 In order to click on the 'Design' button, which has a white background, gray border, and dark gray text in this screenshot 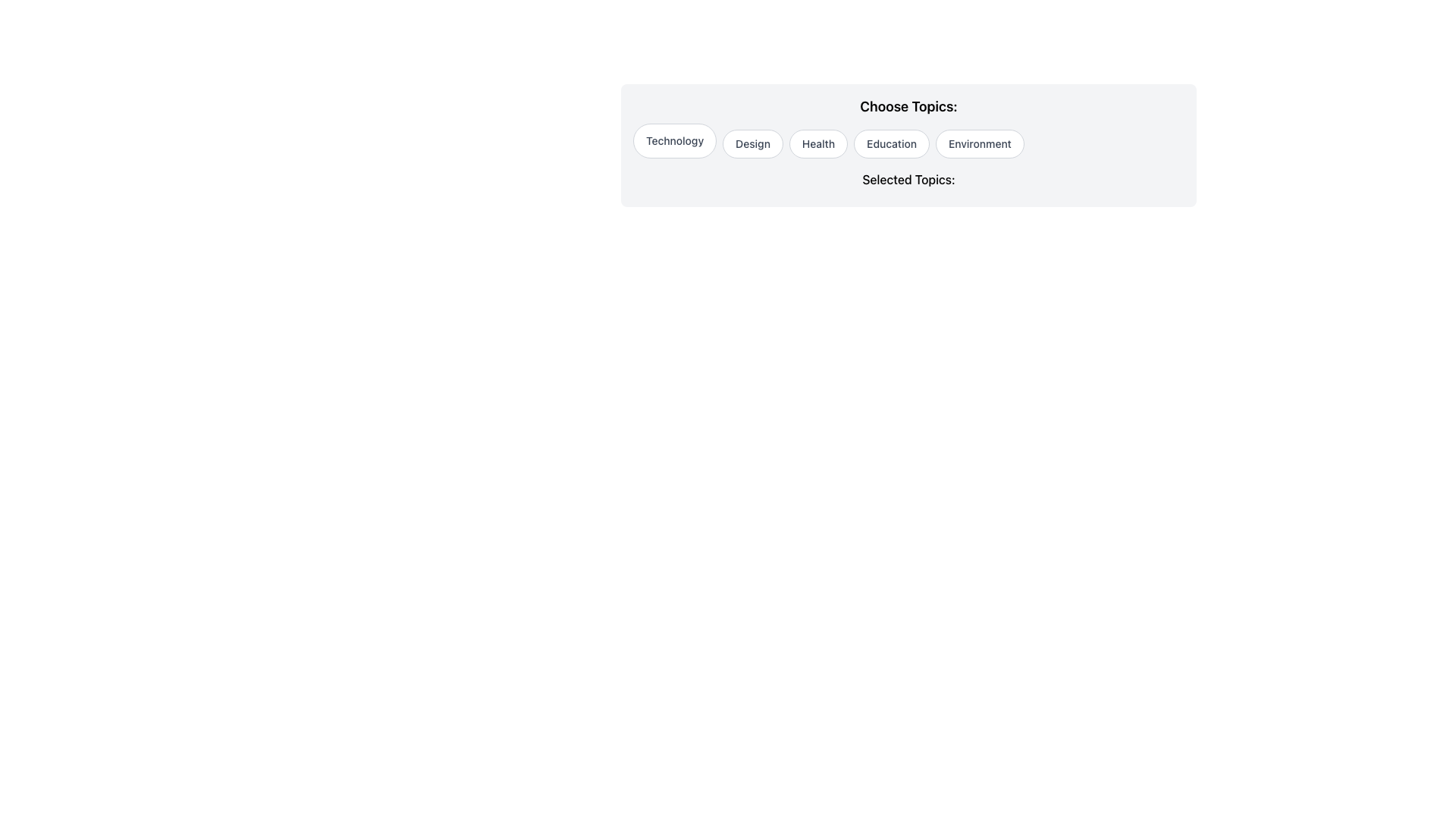, I will do `click(753, 143)`.